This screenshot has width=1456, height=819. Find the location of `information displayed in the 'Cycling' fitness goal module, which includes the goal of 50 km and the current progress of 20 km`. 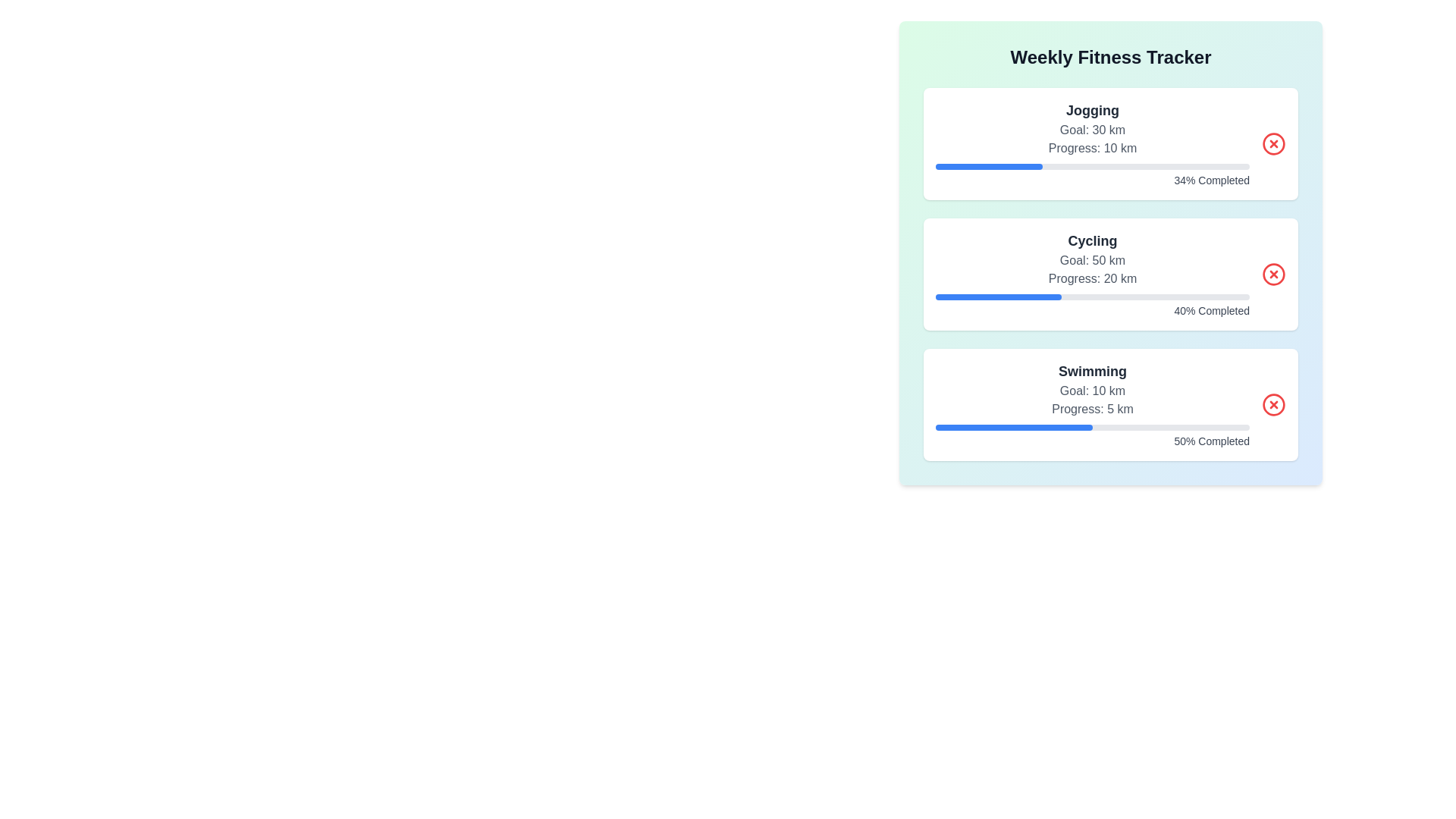

information displayed in the 'Cycling' fitness goal module, which includes the goal of 50 km and the current progress of 20 km is located at coordinates (1092, 275).